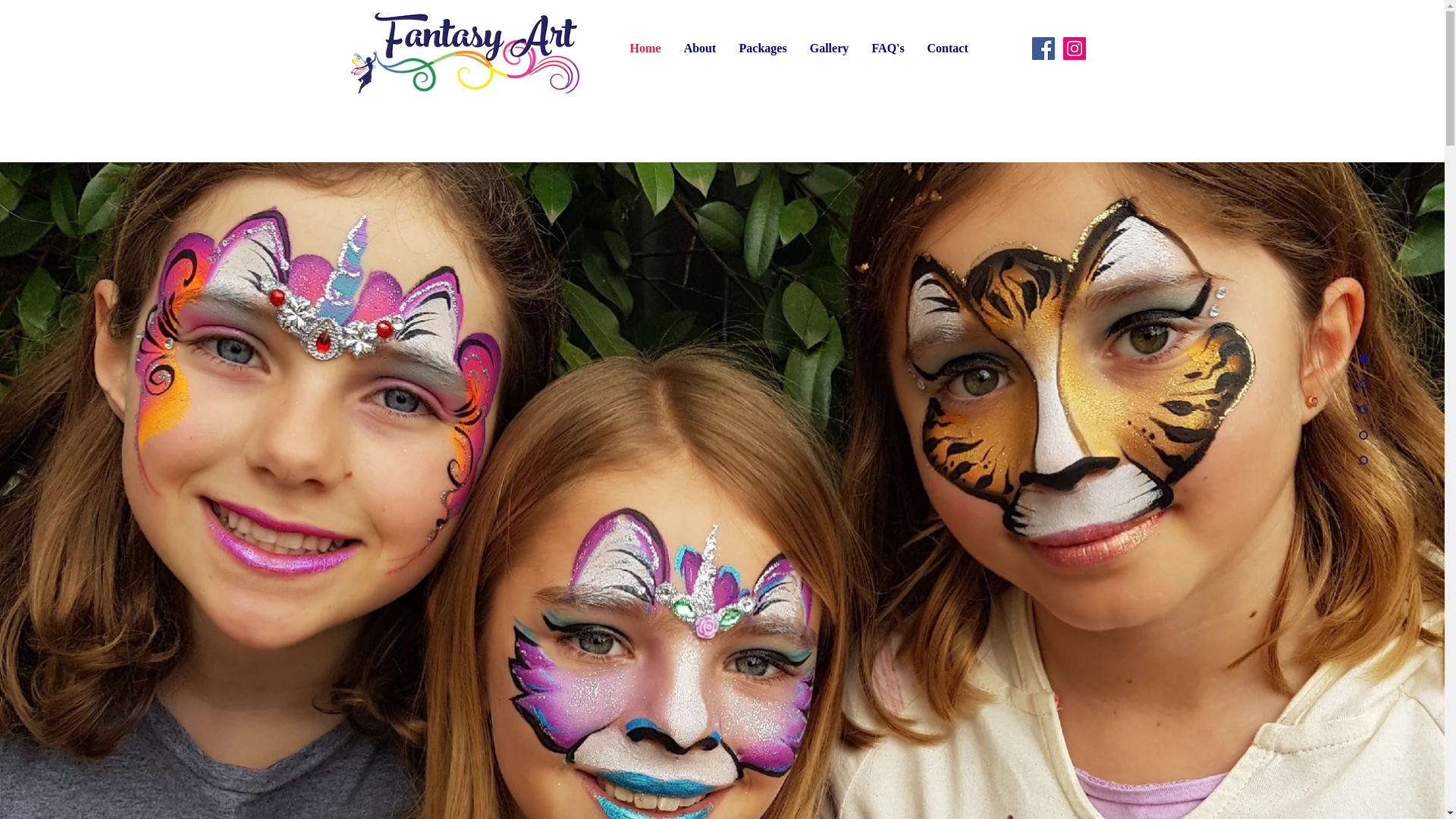 This screenshot has width=1456, height=819. Describe the element at coordinates (763, 48) in the screenshot. I see `'Packages'` at that location.